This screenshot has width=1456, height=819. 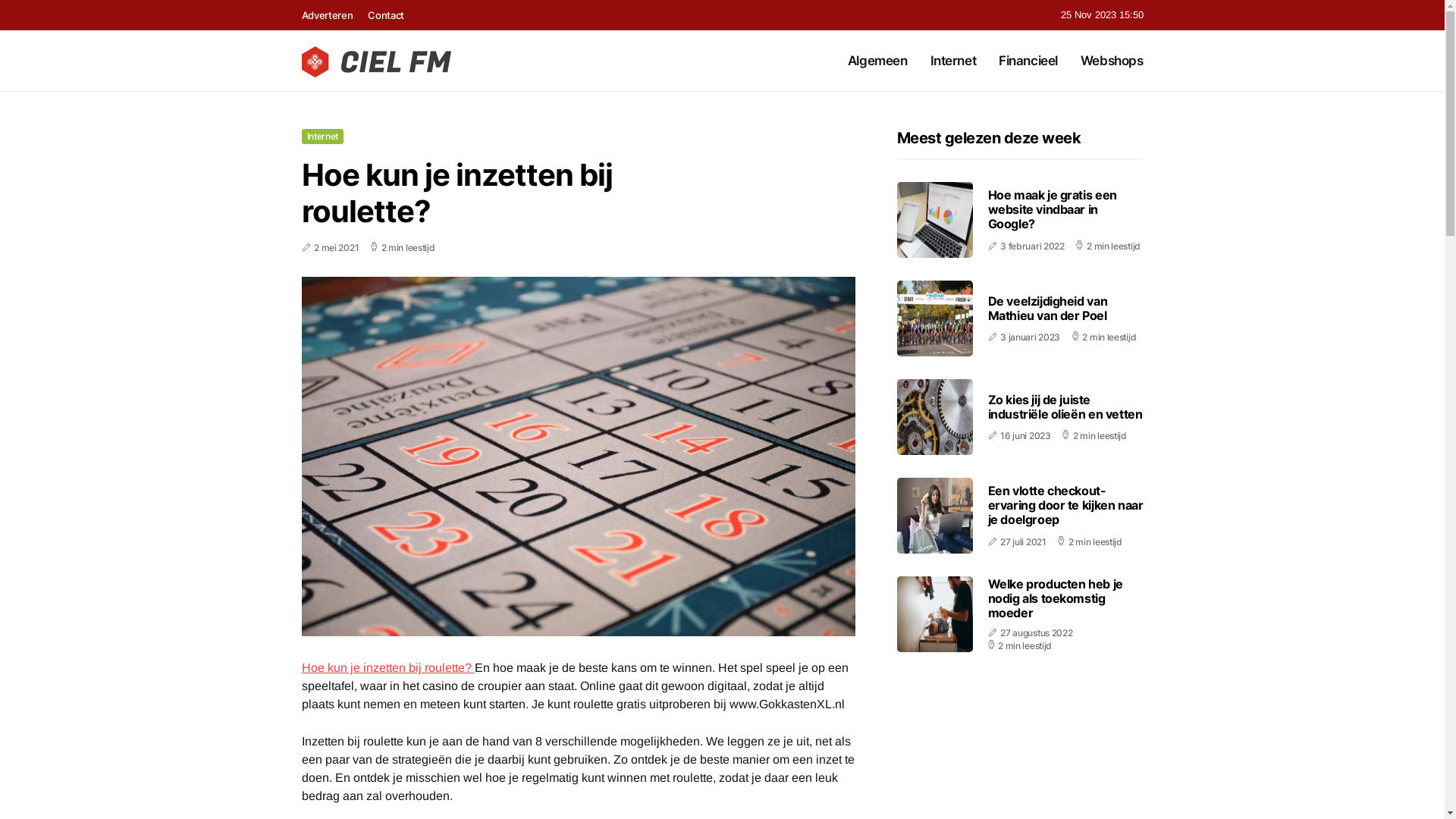 I want to click on 'Internet', so click(x=302, y=136).